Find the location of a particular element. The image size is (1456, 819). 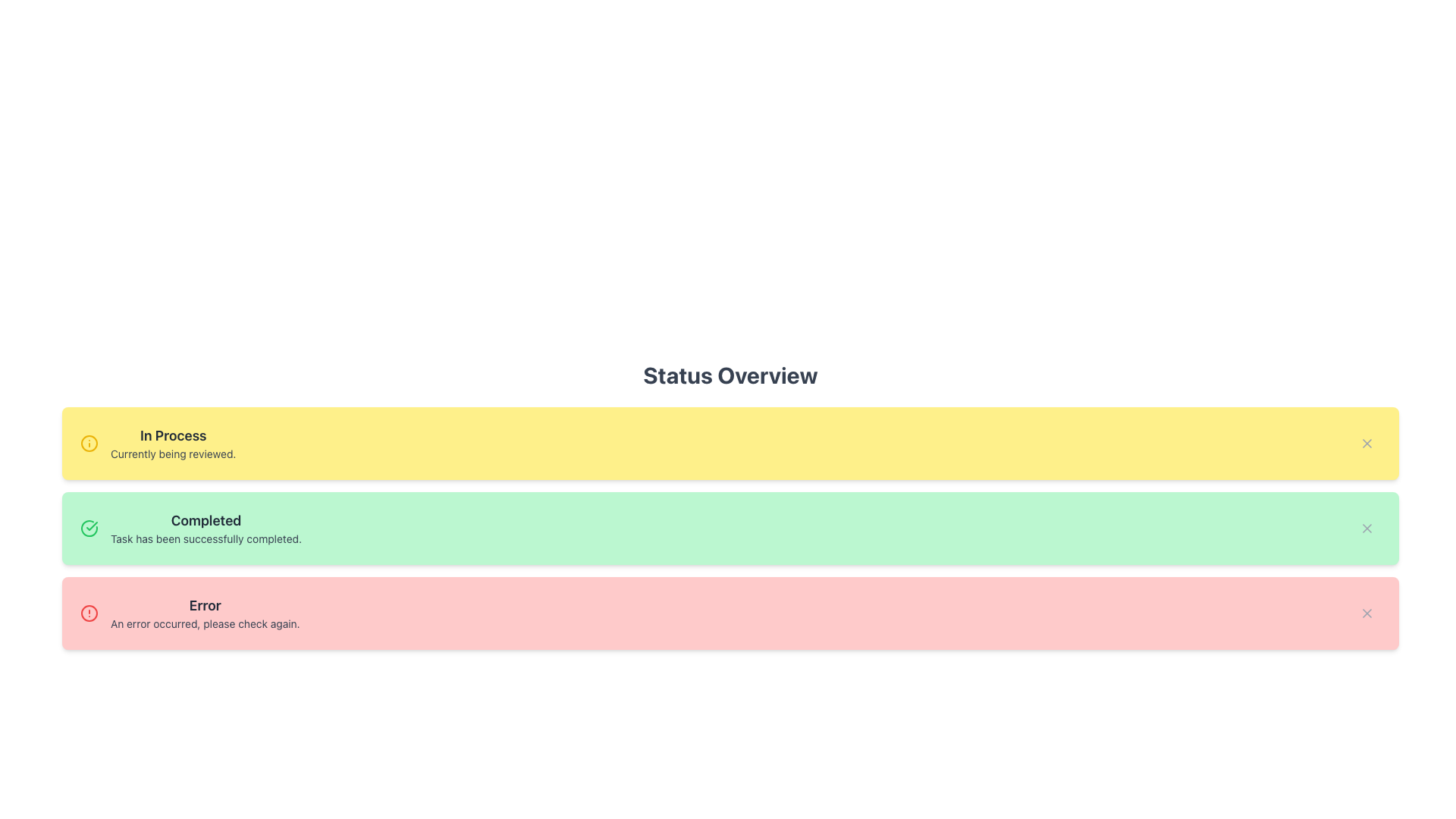

the dismissal icon located in the top yellow bar section towards the right is located at coordinates (1367, 444).